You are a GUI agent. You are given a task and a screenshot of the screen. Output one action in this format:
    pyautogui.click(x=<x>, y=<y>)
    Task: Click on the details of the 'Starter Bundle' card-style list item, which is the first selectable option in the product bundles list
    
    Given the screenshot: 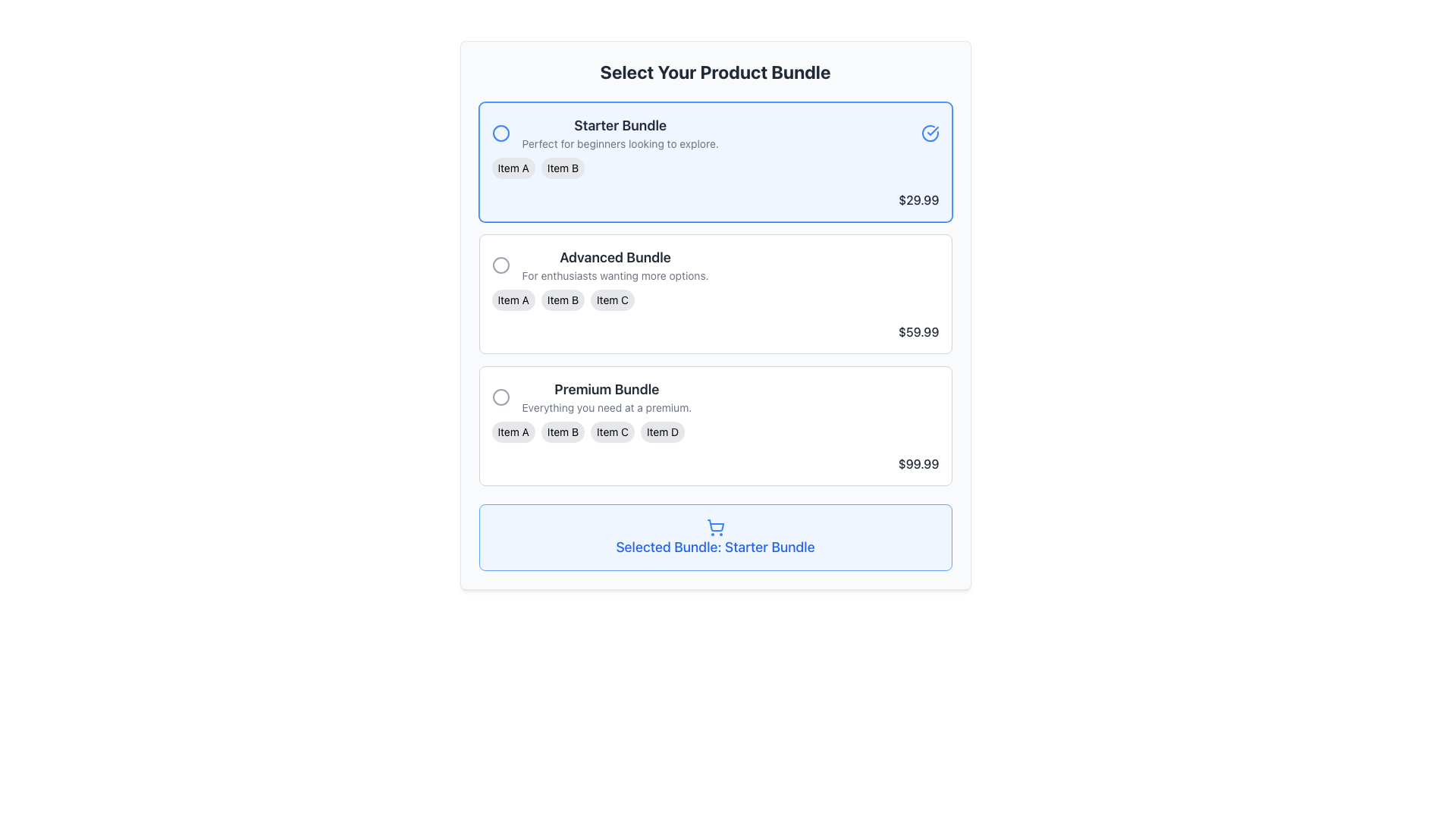 What is the action you would take?
    pyautogui.click(x=714, y=162)
    